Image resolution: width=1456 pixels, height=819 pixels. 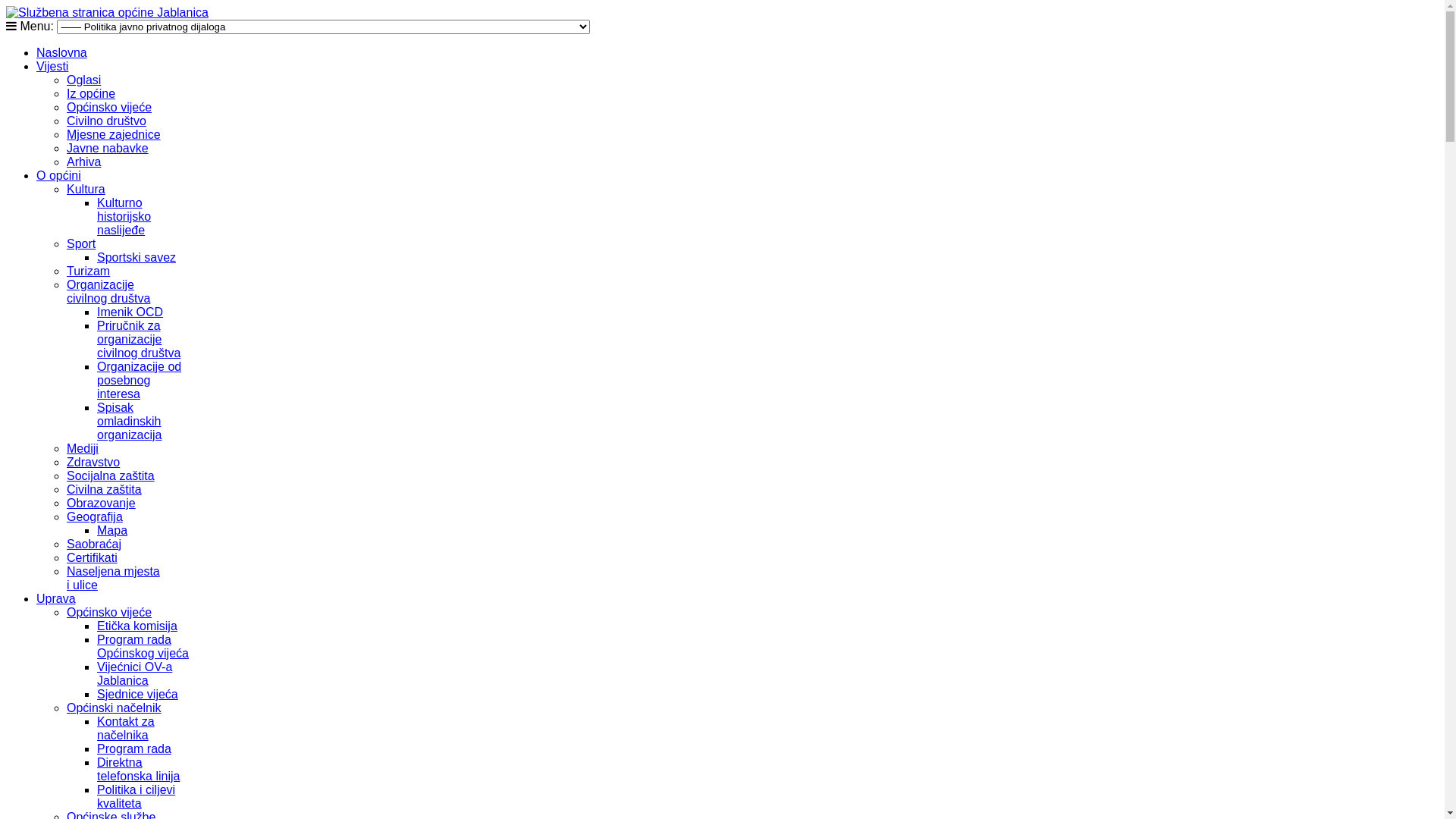 What do you see at coordinates (96, 256) in the screenshot?
I see `'Sportski savez'` at bounding box center [96, 256].